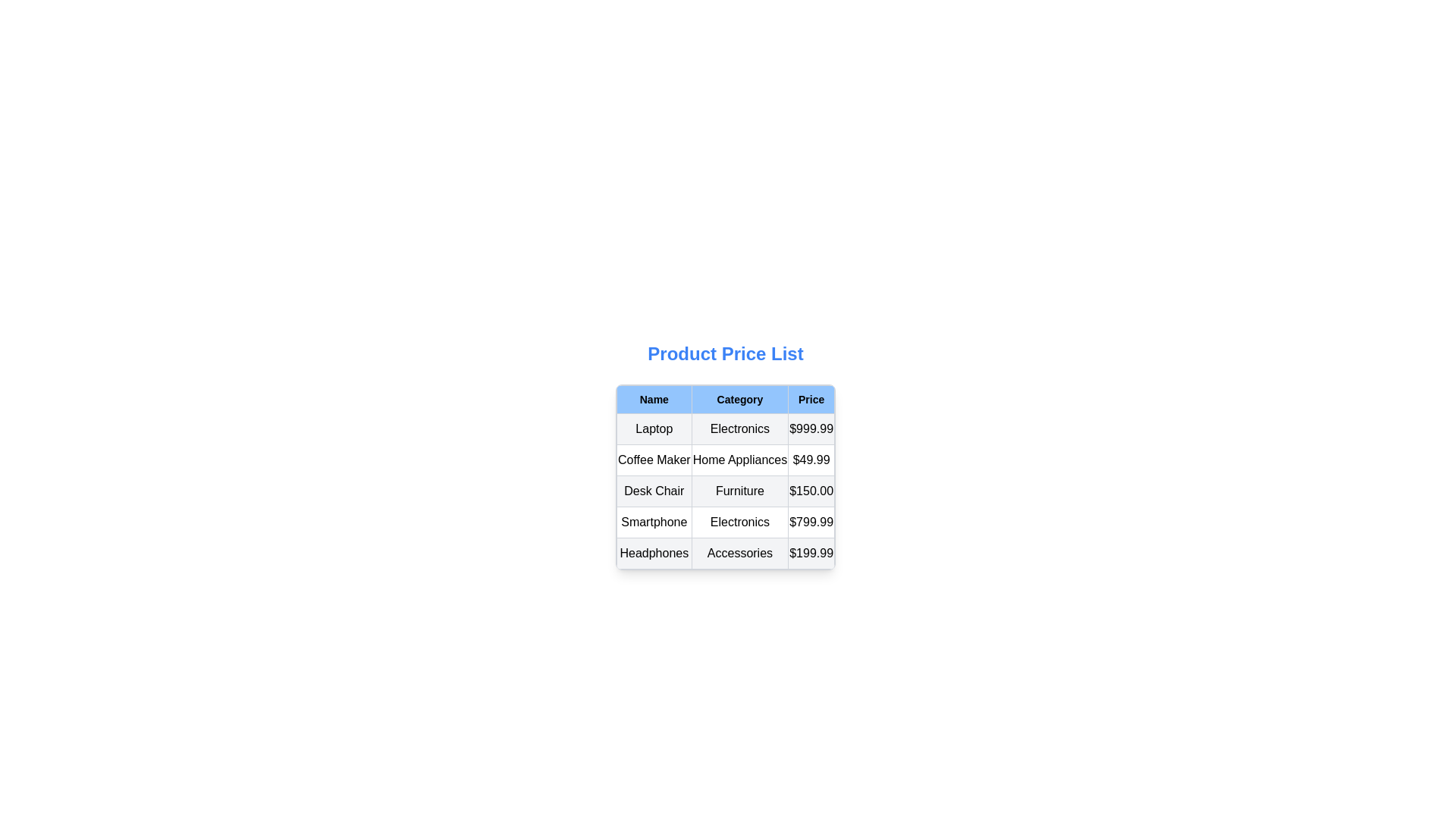 Image resolution: width=1456 pixels, height=819 pixels. I want to click on the category of the product 'Coffee Maker', which is located, so click(724, 459).